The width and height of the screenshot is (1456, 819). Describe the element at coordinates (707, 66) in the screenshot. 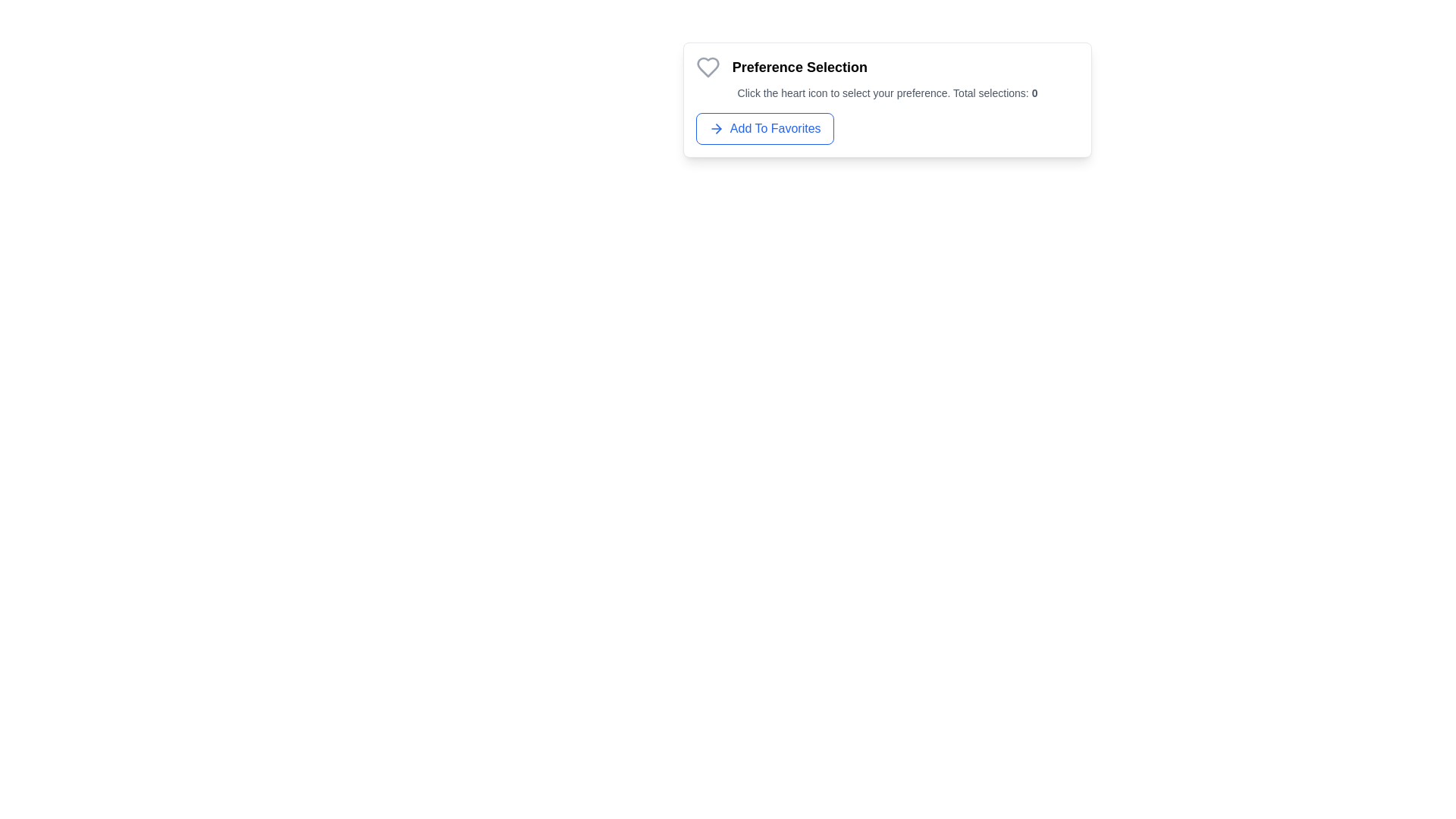

I see `the heart-shaped icon with a gray outline located near the heading 'Preference Selection'` at that location.